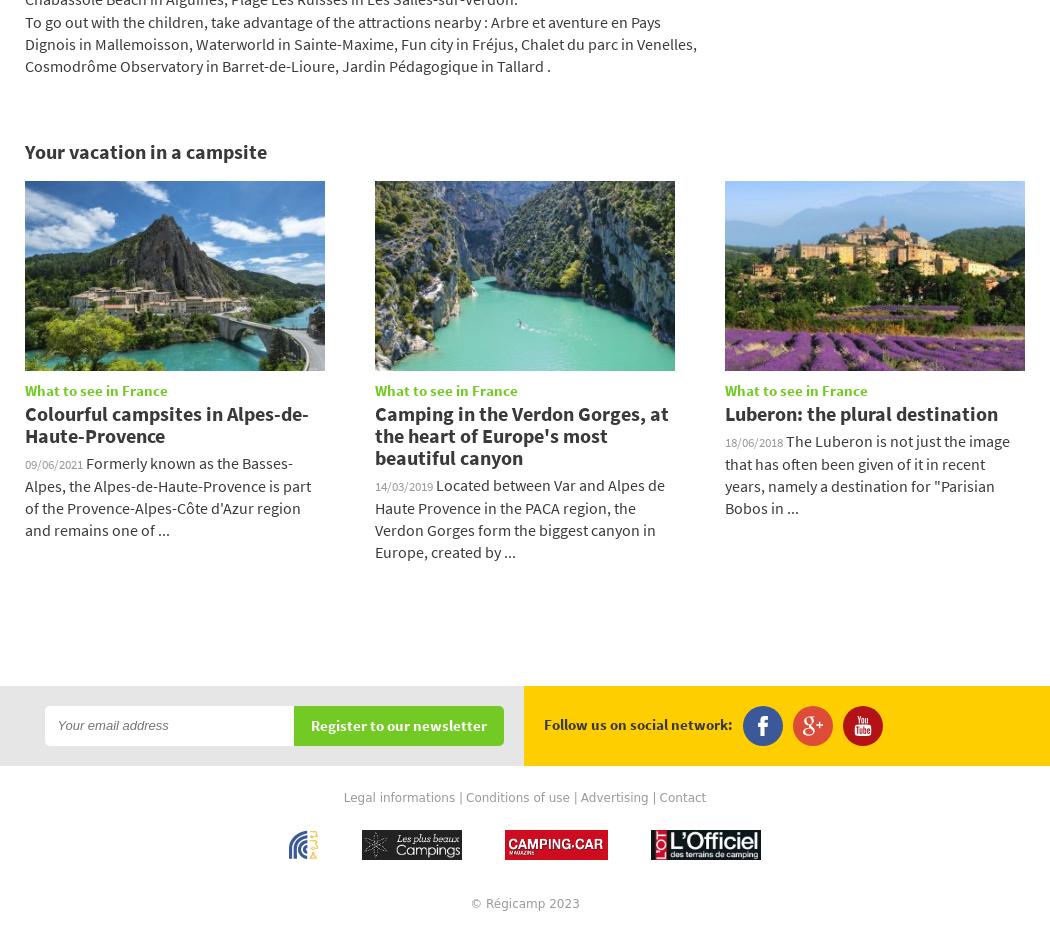  Describe the element at coordinates (399, 724) in the screenshot. I see `'Register to our newsletter'` at that location.